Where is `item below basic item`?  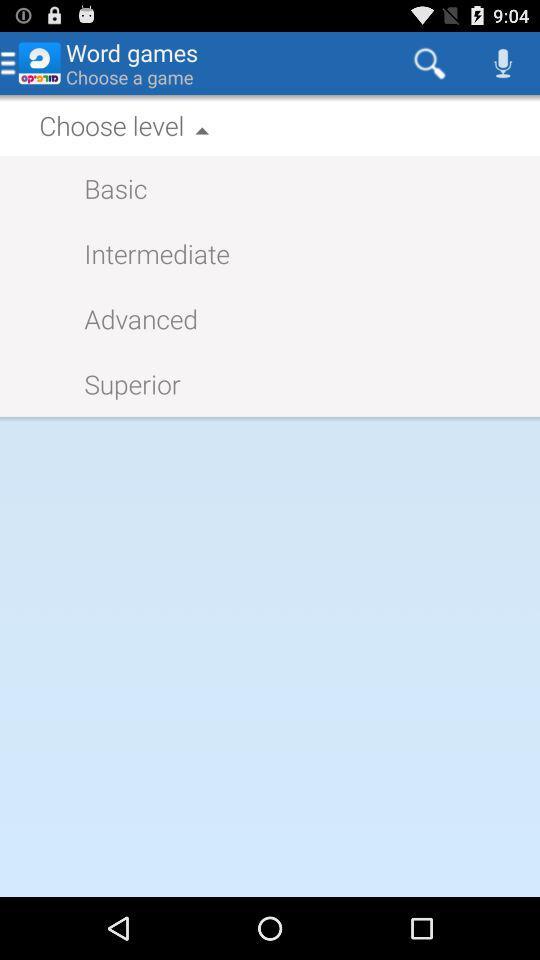 item below basic item is located at coordinates (146, 252).